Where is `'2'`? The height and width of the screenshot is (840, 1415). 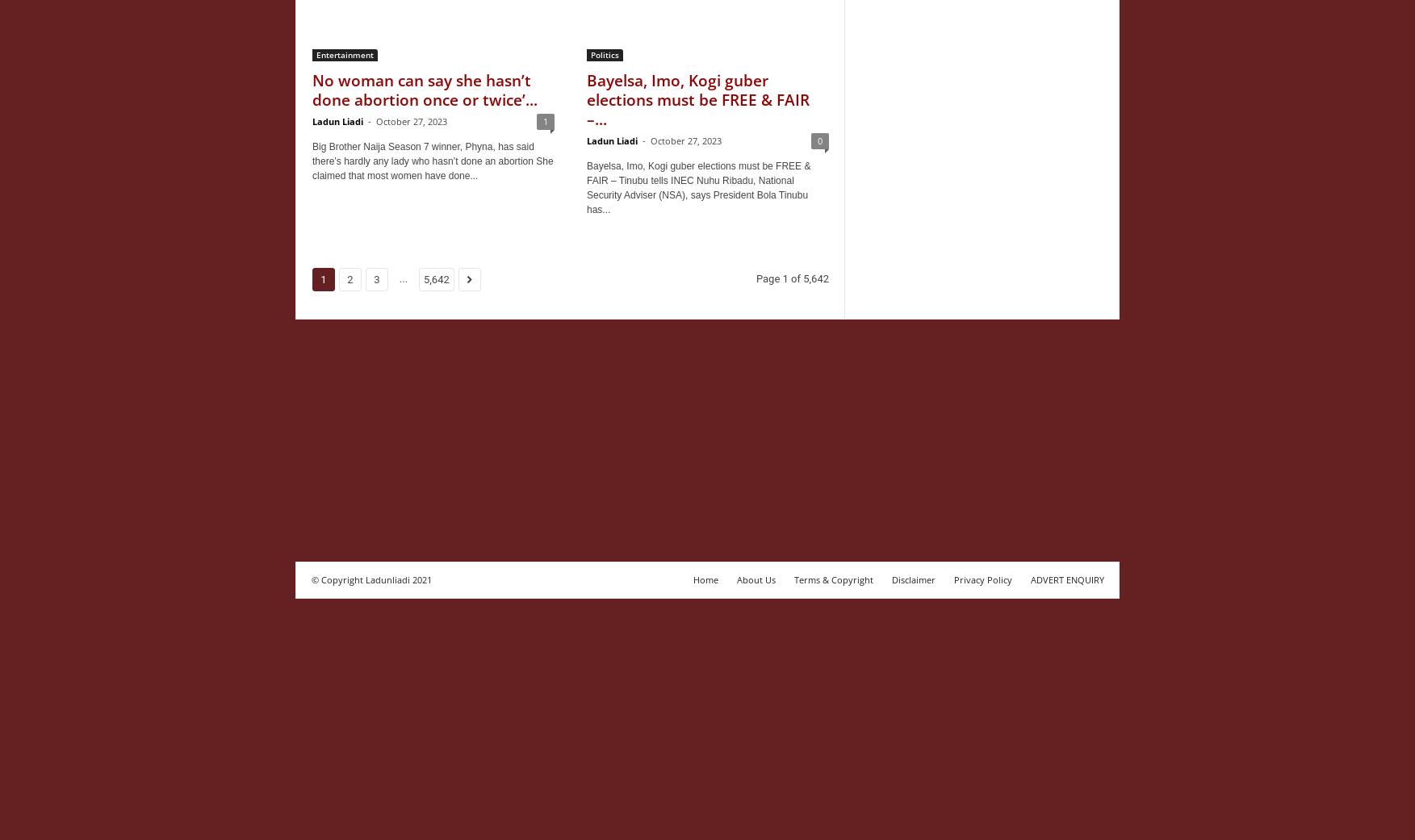 '2' is located at coordinates (346, 279).